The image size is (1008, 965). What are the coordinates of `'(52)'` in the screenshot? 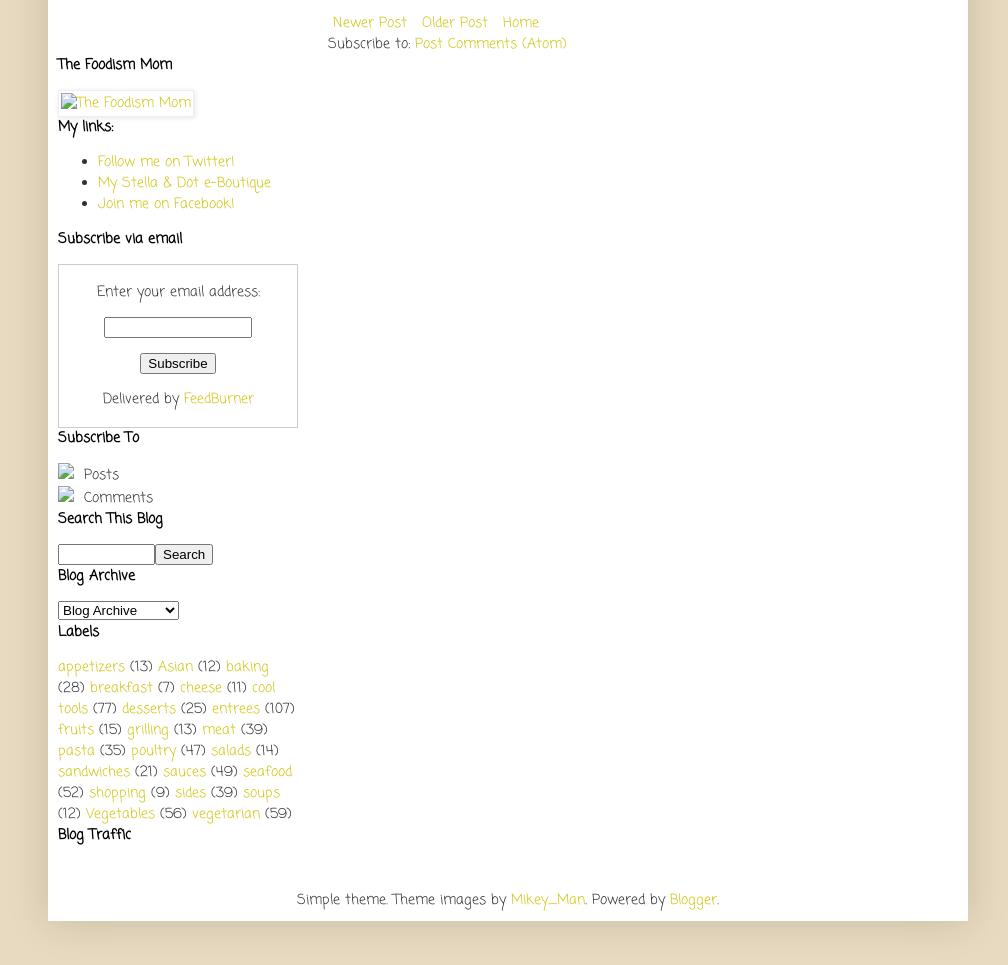 It's located at (70, 792).